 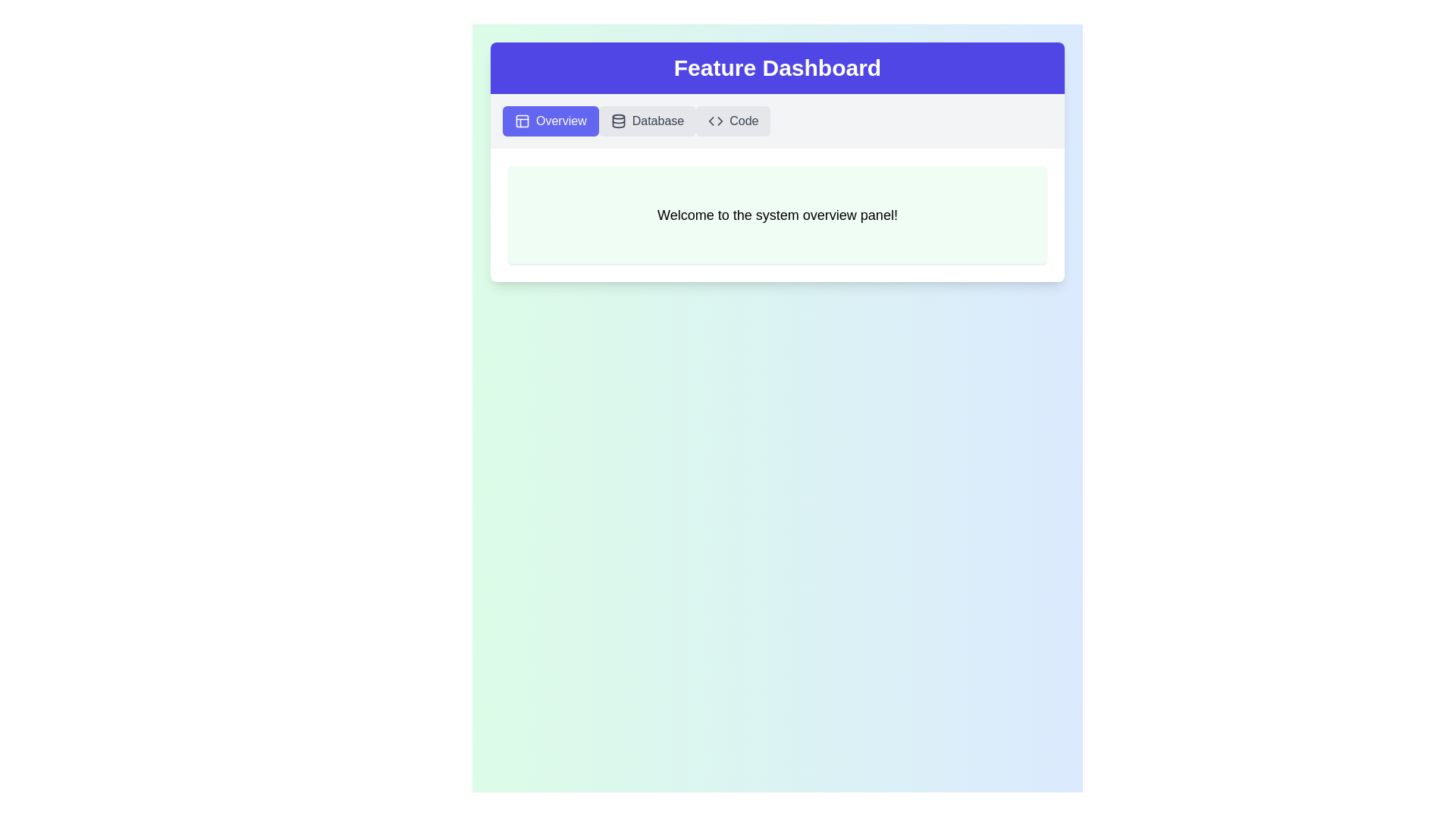 I want to click on the button in the navigation bar, so click(x=777, y=120).